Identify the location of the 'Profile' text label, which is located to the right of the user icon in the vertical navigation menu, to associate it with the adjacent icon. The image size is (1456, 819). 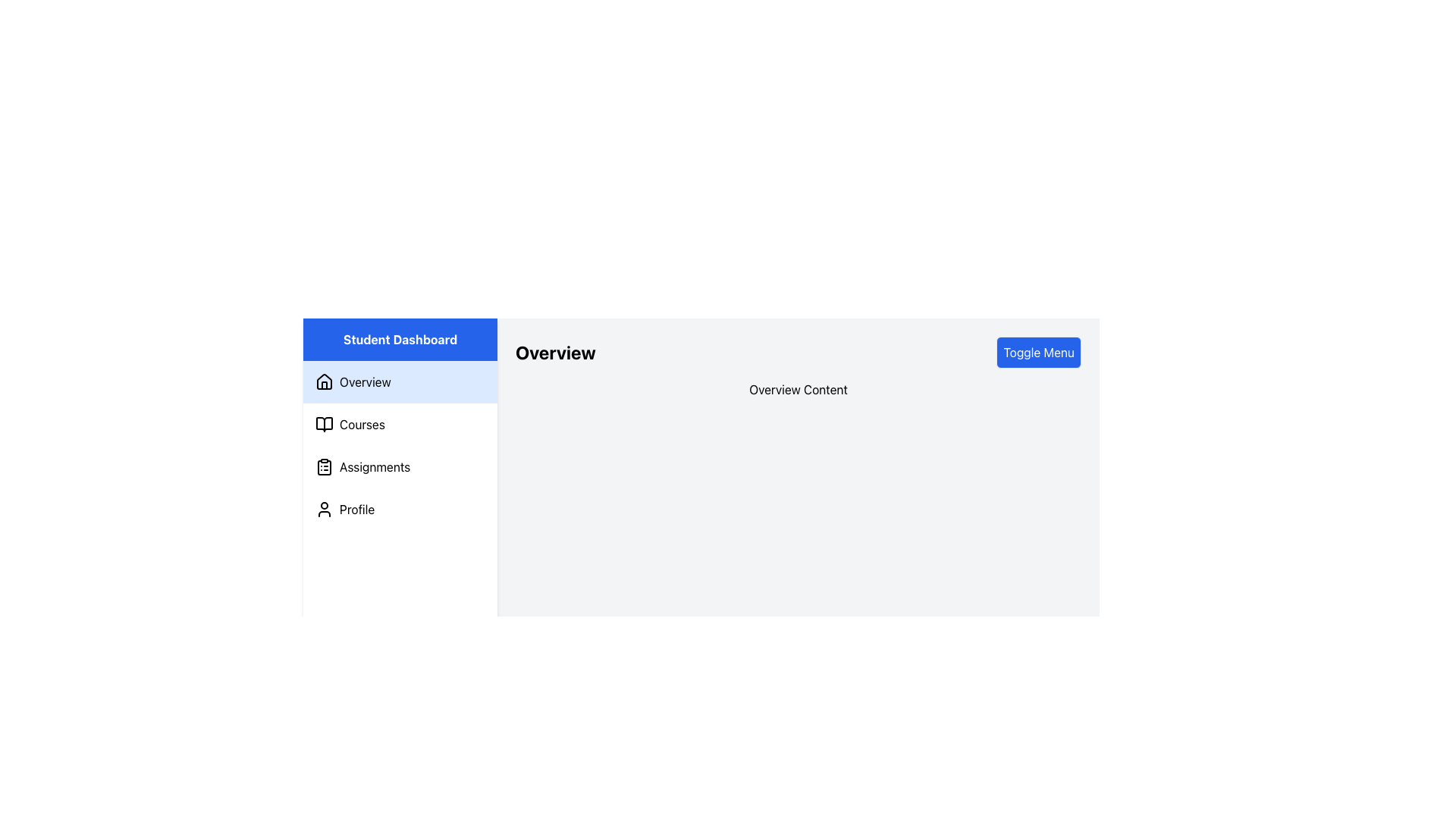
(356, 509).